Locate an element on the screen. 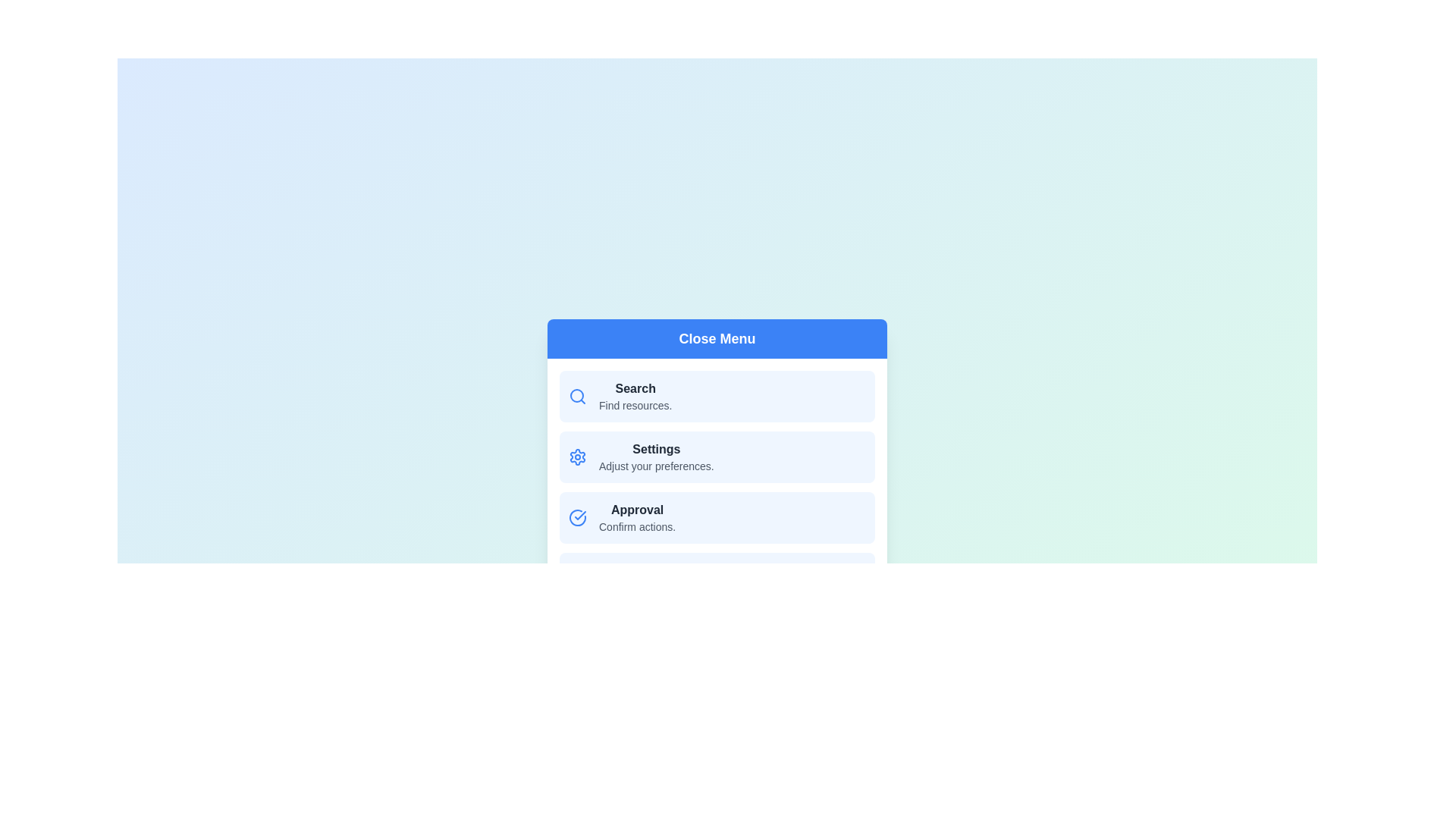 This screenshot has width=1456, height=819. the icon associated with the menu item Search is located at coordinates (577, 396).